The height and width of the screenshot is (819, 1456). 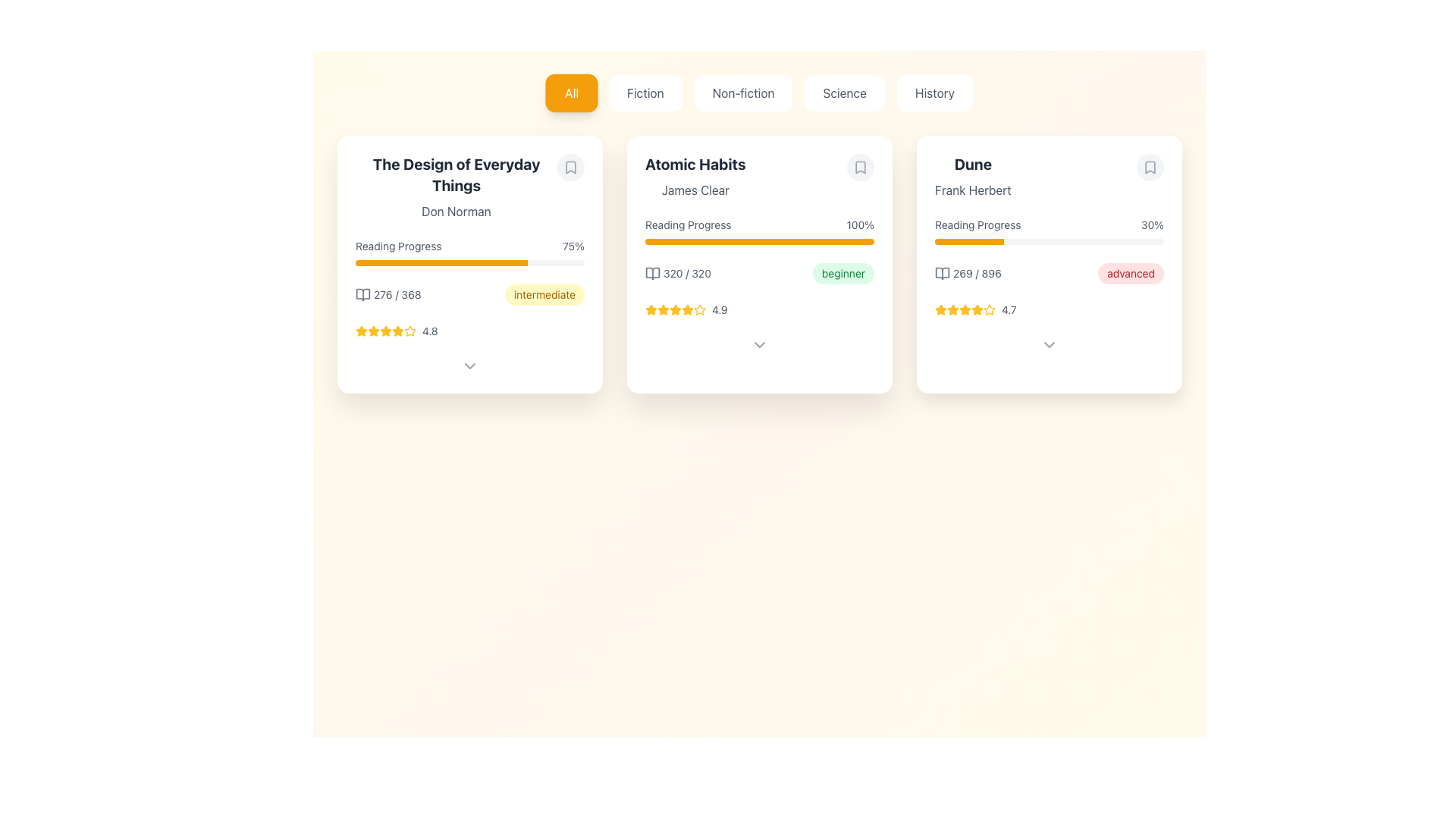 I want to click on the third star in the rating indicator for the book 'Dune' by Frank Herbert to visually understand its representation, so click(x=940, y=309).